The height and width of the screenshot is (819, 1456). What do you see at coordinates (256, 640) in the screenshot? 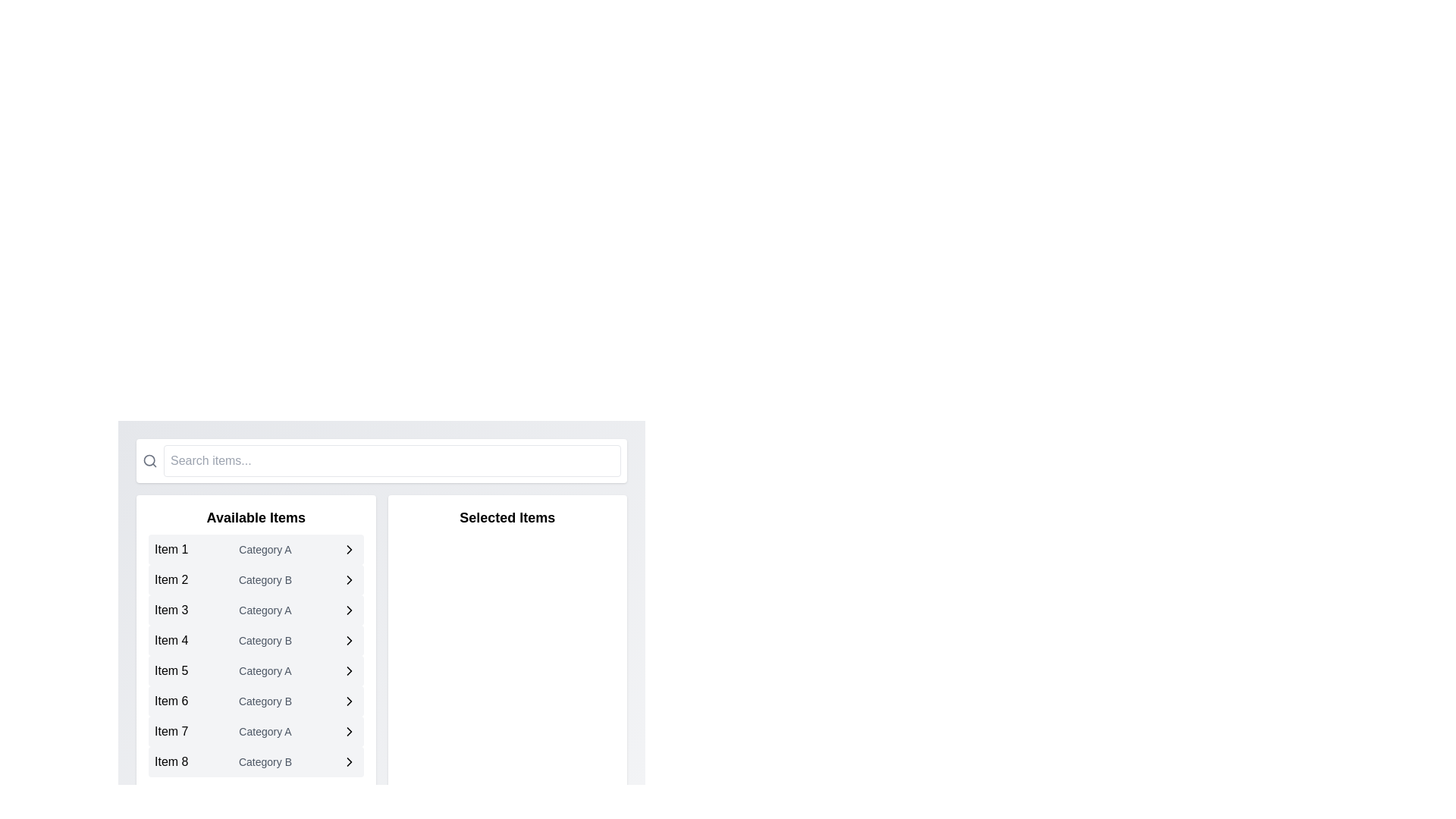
I see `the fourth item in the 'Available Items' list, which represents 'Item 4' under 'Category B,'` at bounding box center [256, 640].